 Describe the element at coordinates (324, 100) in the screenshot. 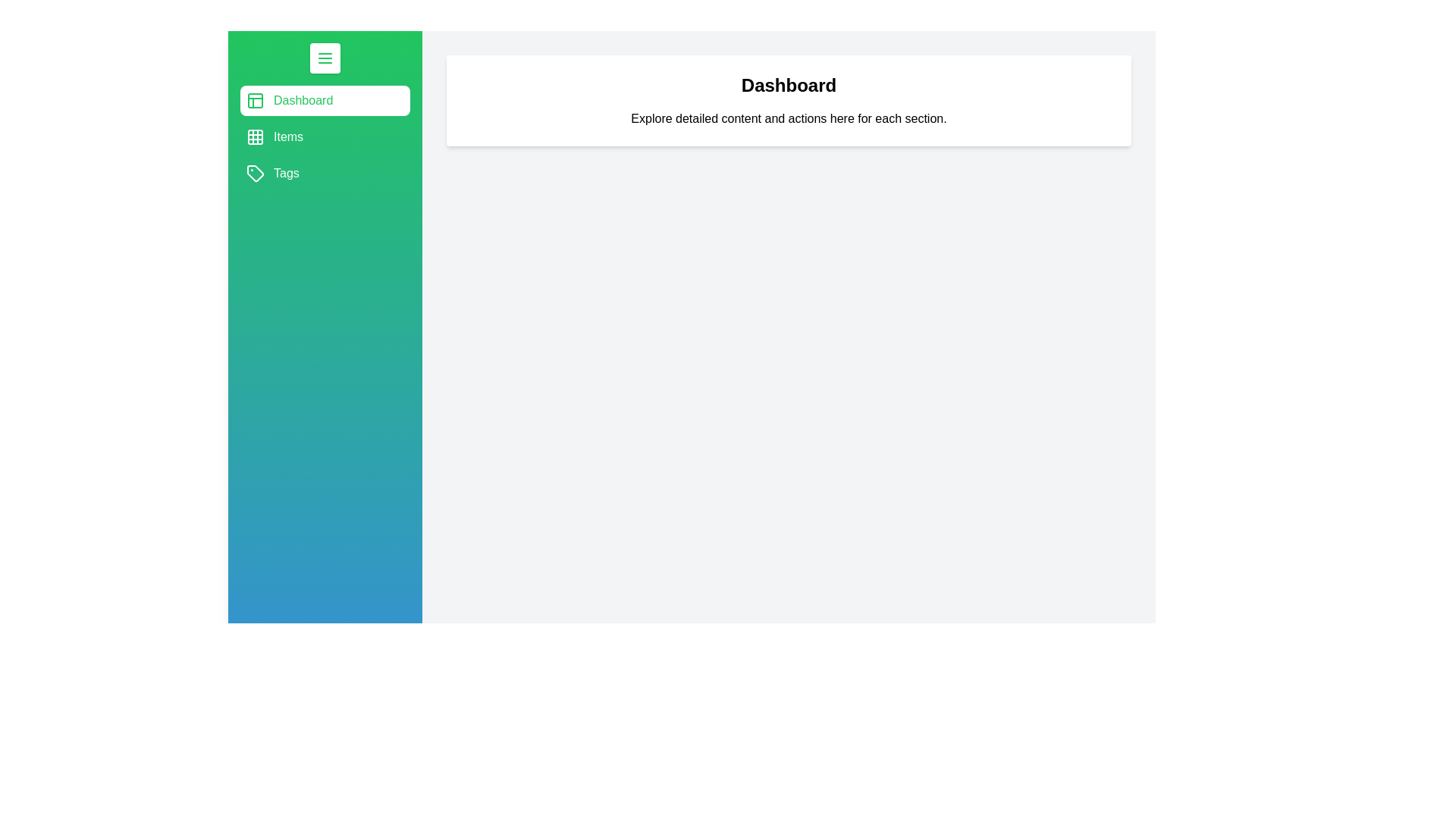

I see `the section Dashboard to select it` at that location.